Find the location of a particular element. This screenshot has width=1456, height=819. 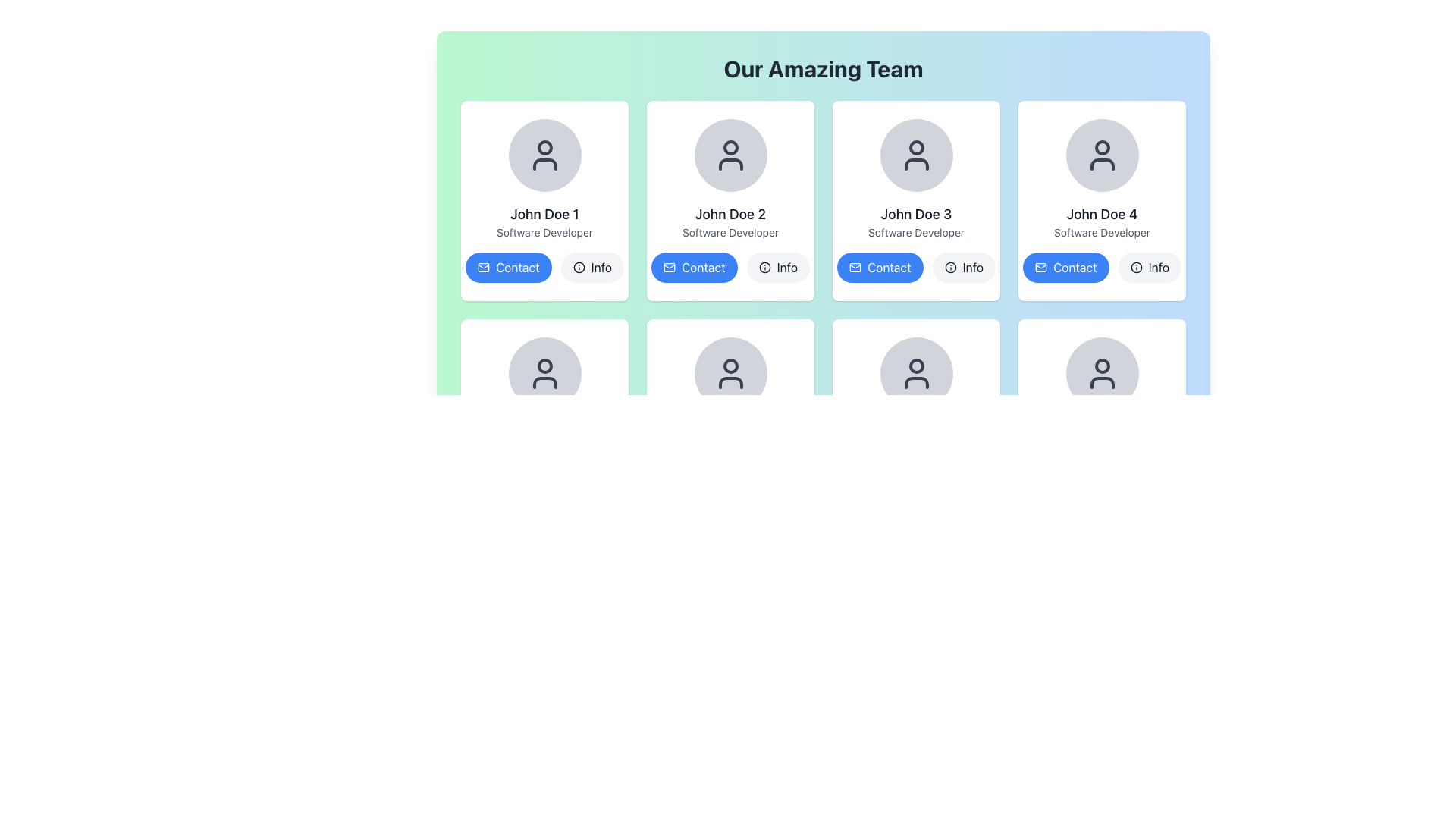

the blue 'Contact' button with a mail icon at its center, located under the 'John Doe 4' profile card, to initiate contact is located at coordinates (1040, 267).